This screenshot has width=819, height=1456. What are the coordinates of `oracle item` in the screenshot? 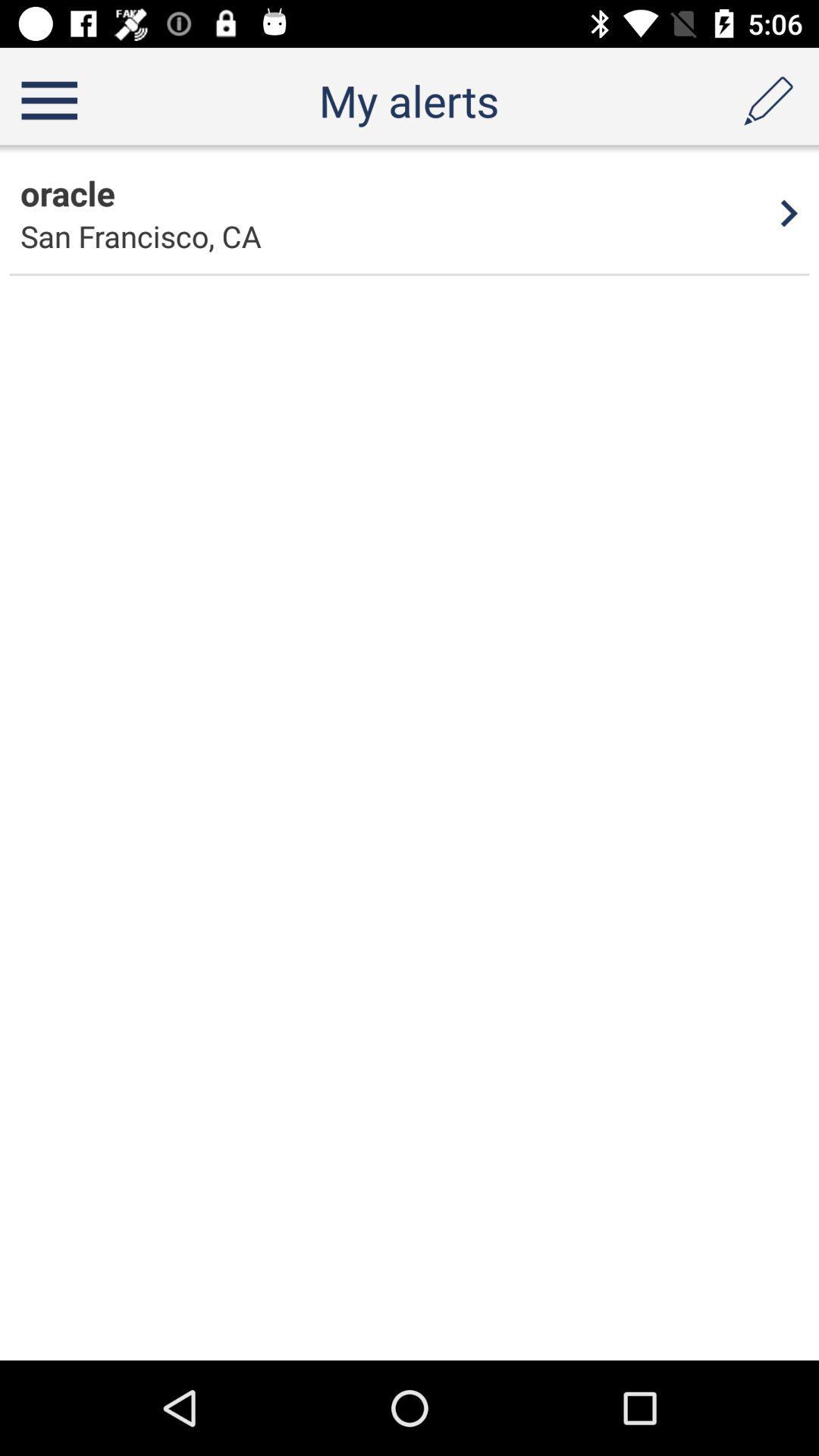 It's located at (67, 192).